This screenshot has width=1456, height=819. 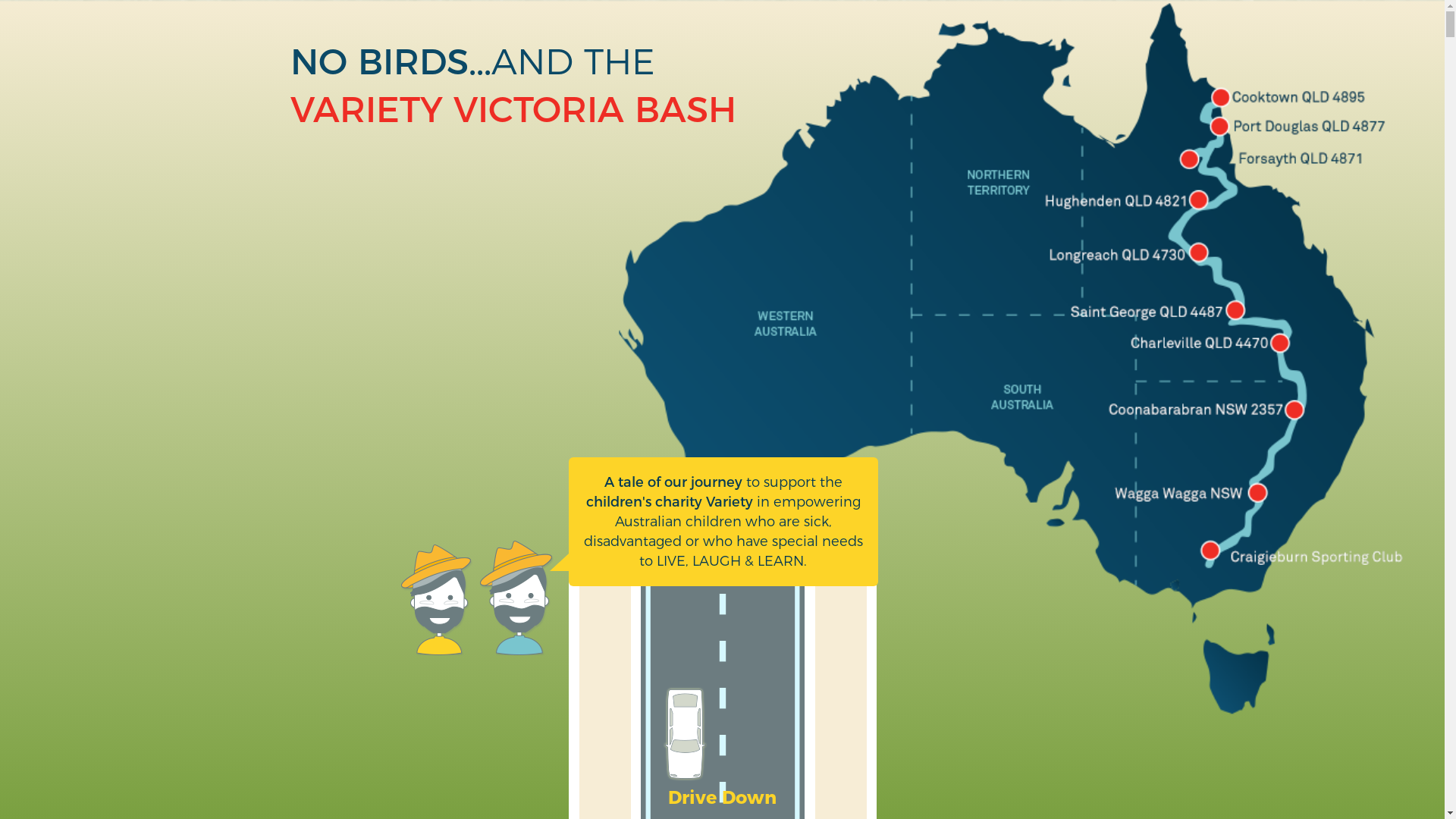 What do you see at coordinates (378, 61) in the screenshot?
I see `'NO BIRDS'` at bounding box center [378, 61].